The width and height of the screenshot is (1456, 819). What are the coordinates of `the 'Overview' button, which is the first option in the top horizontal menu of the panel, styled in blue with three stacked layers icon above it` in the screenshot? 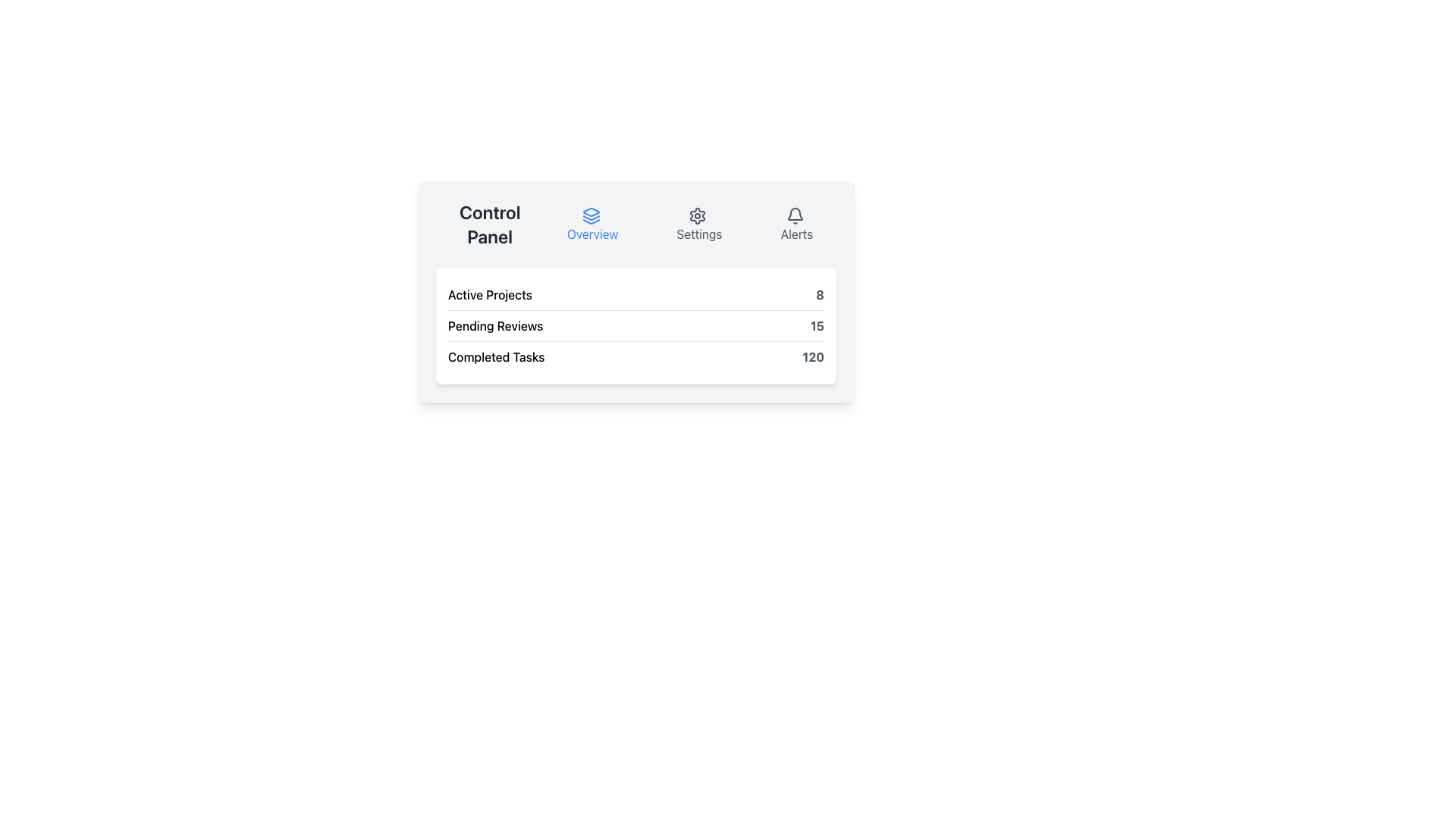 It's located at (591, 224).